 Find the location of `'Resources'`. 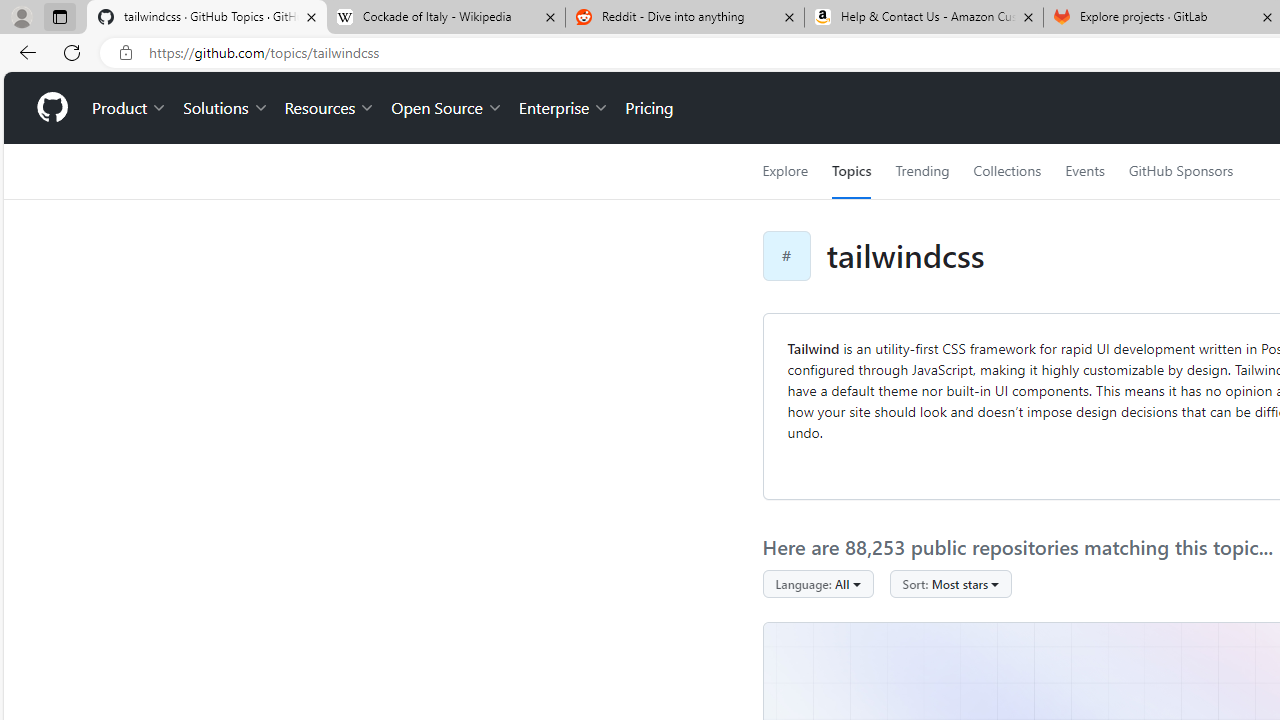

'Resources' is located at coordinates (330, 108).